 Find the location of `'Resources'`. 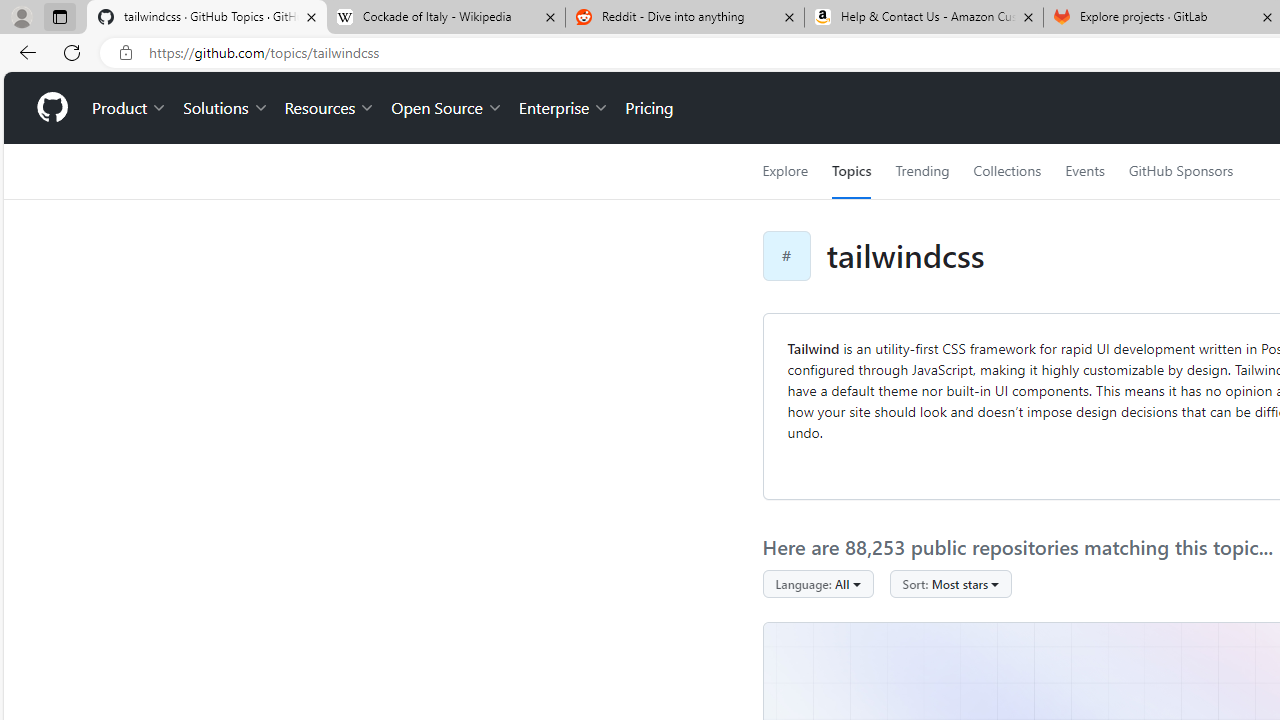

'Resources' is located at coordinates (330, 108).